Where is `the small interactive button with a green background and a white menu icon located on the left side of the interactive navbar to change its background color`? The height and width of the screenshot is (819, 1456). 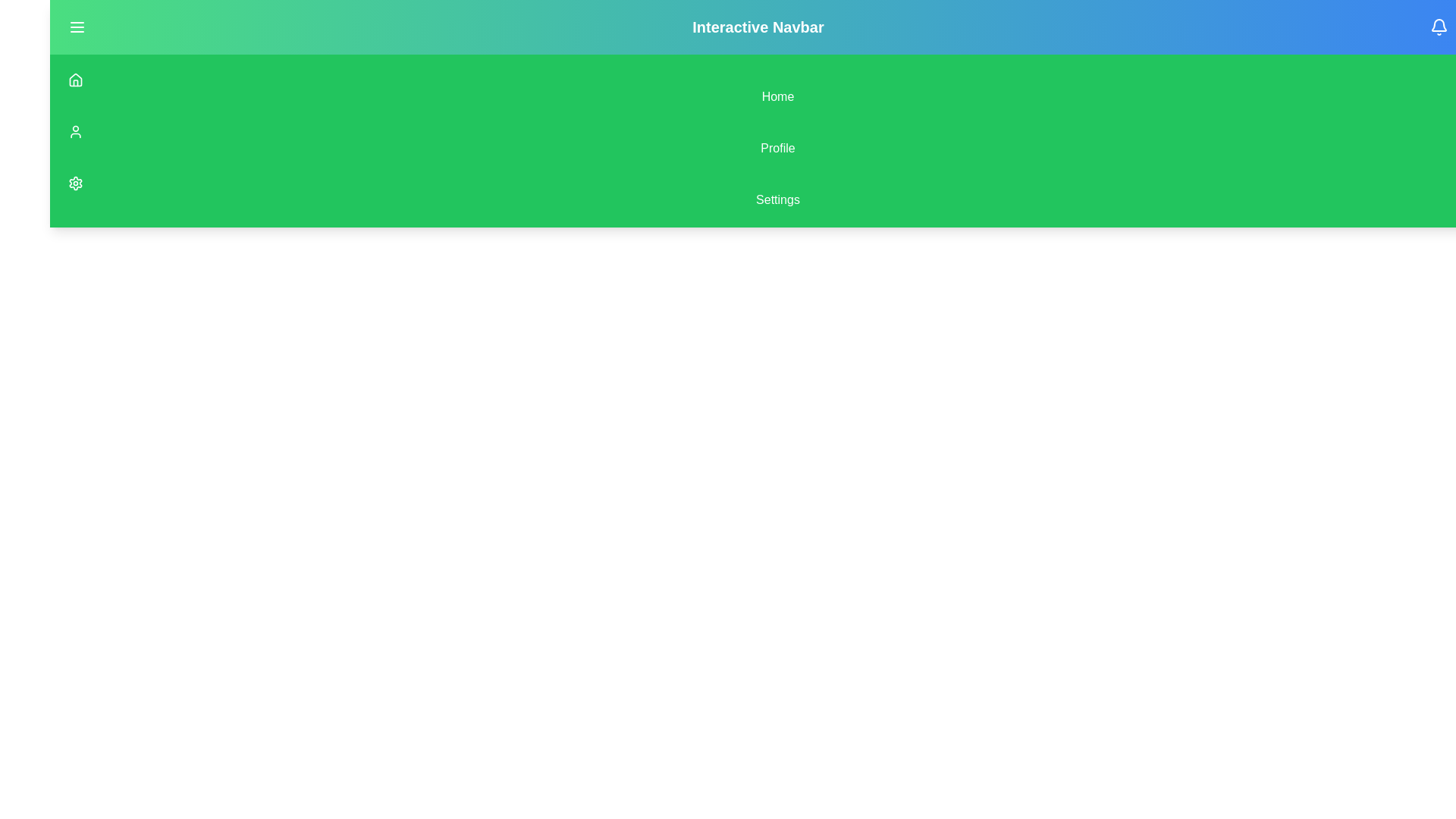
the small interactive button with a green background and a white menu icon located on the left side of the interactive navbar to change its background color is located at coordinates (76, 27).